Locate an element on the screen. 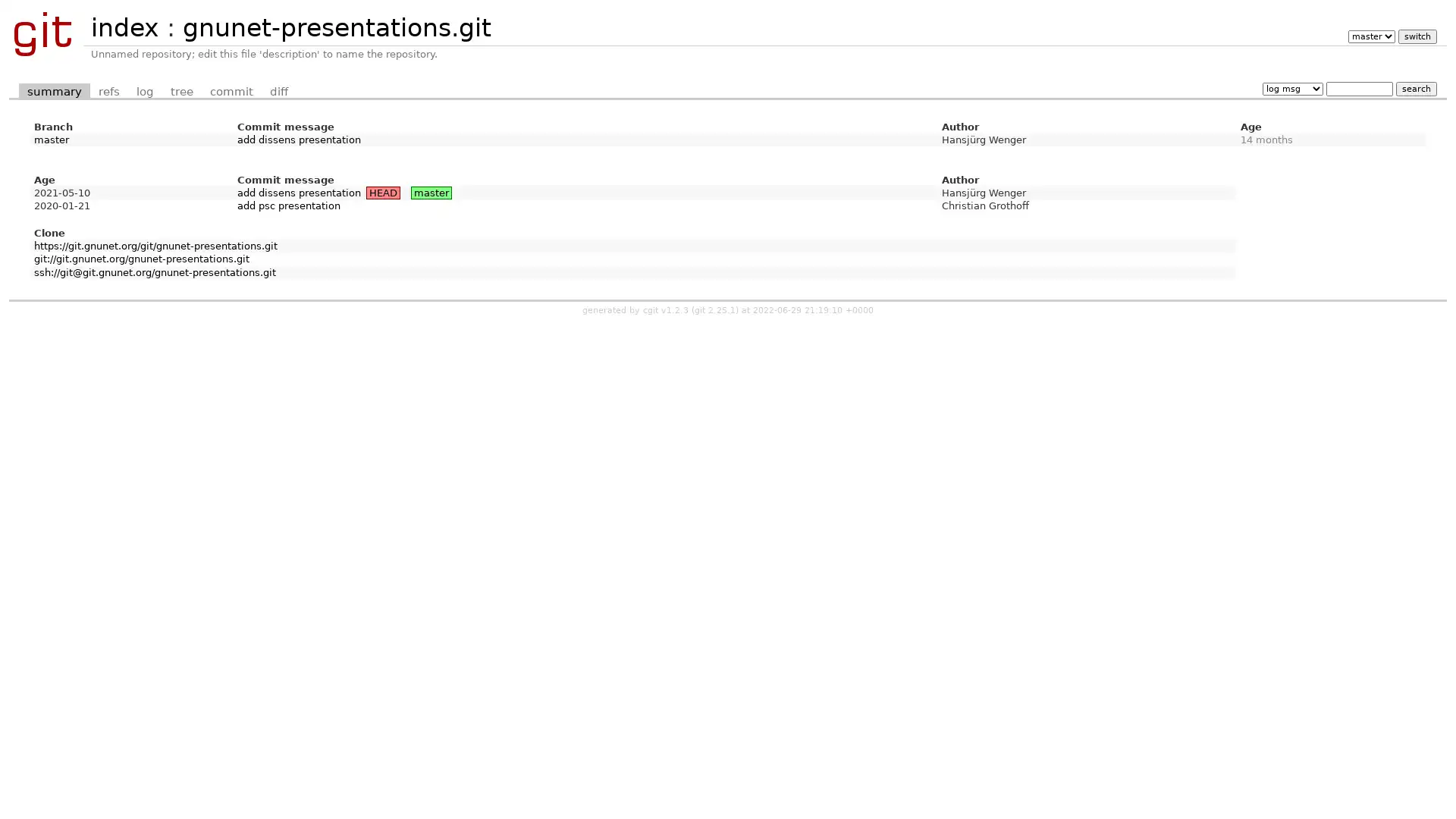 The image size is (1456, 819). search is located at coordinates (1415, 88).